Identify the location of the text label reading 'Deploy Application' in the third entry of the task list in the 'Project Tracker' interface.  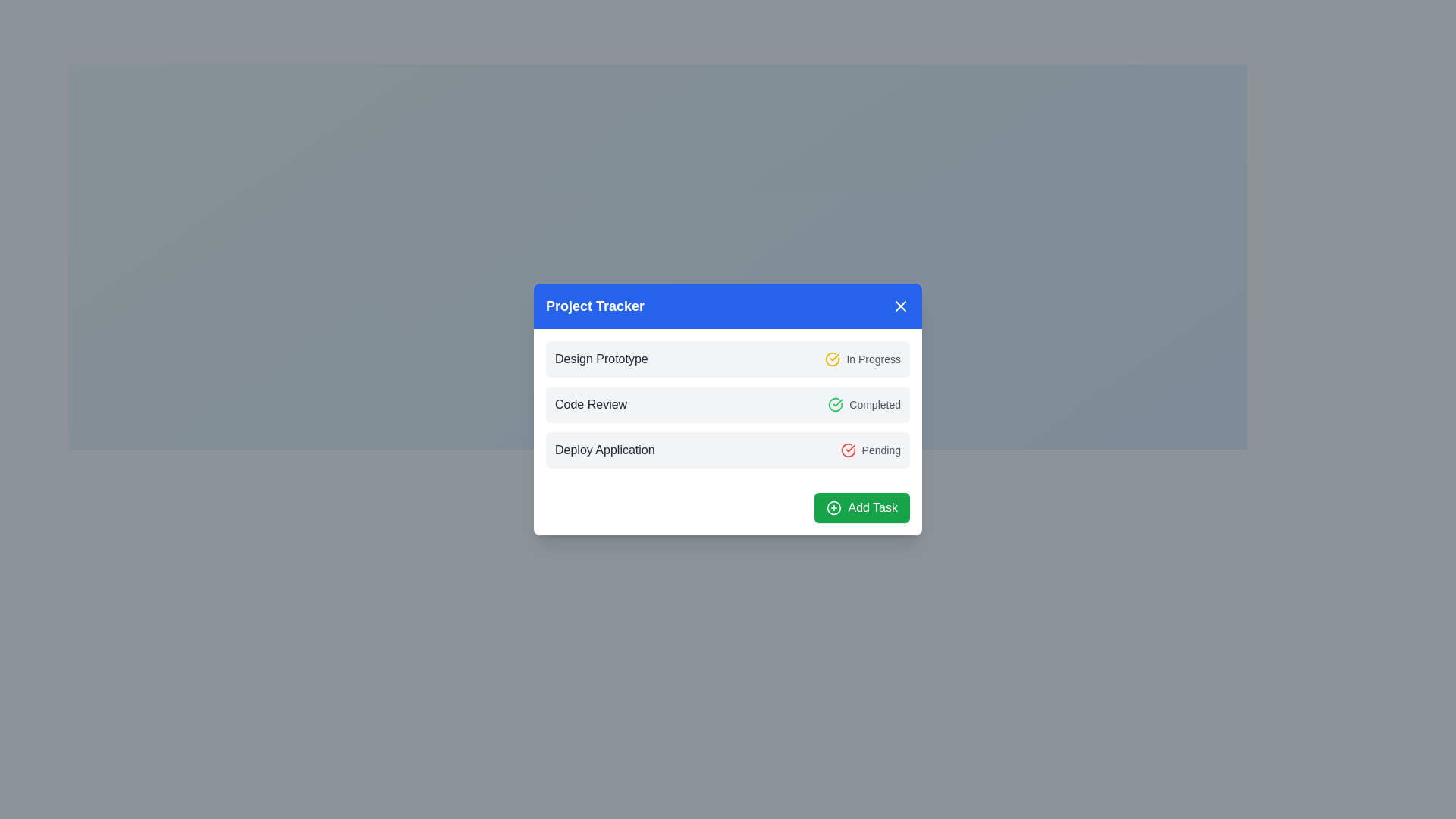
(604, 450).